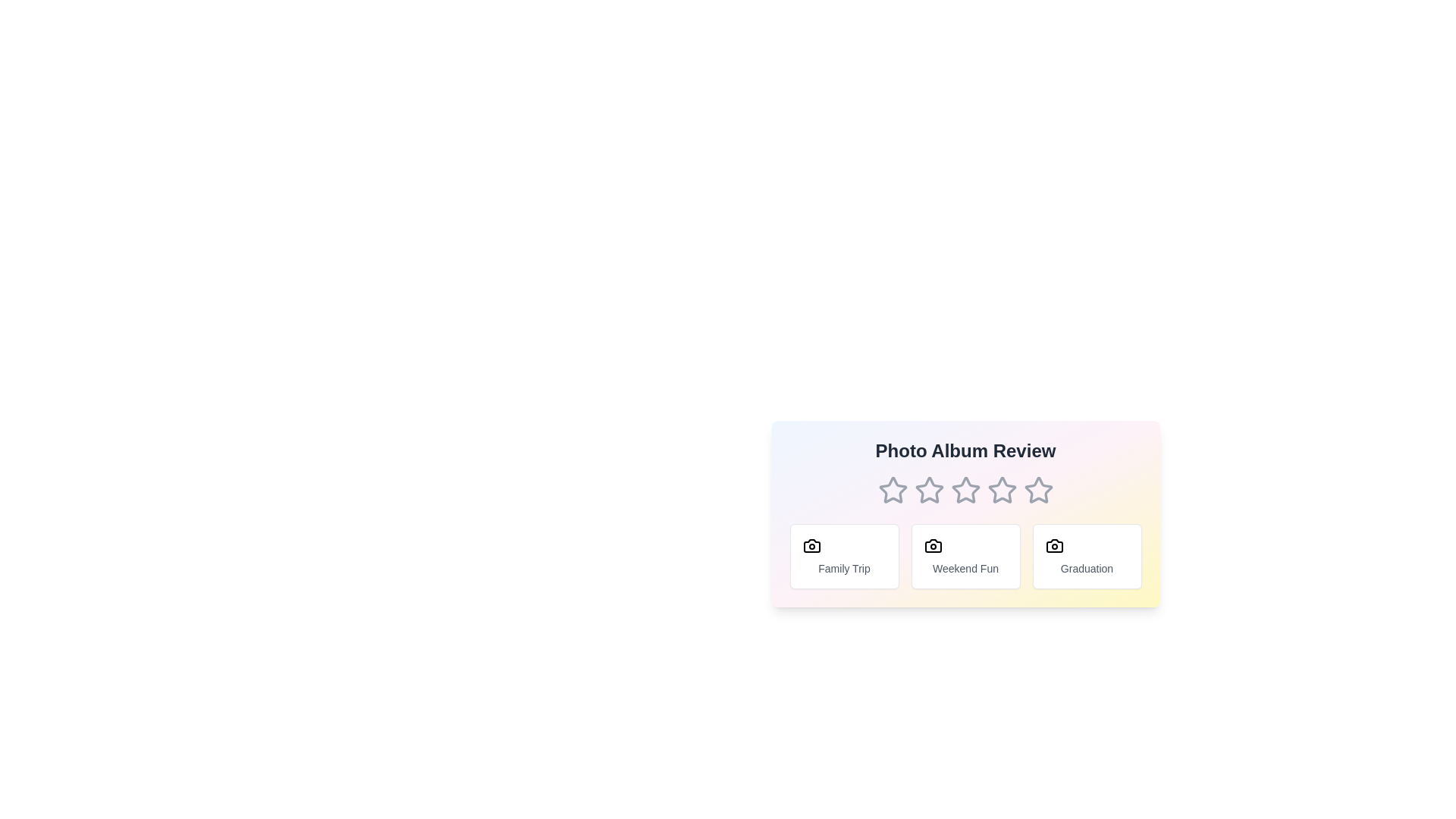 This screenshot has height=819, width=1456. Describe the element at coordinates (811, 546) in the screenshot. I see `the camera icon associated with the tag Family Trip` at that location.